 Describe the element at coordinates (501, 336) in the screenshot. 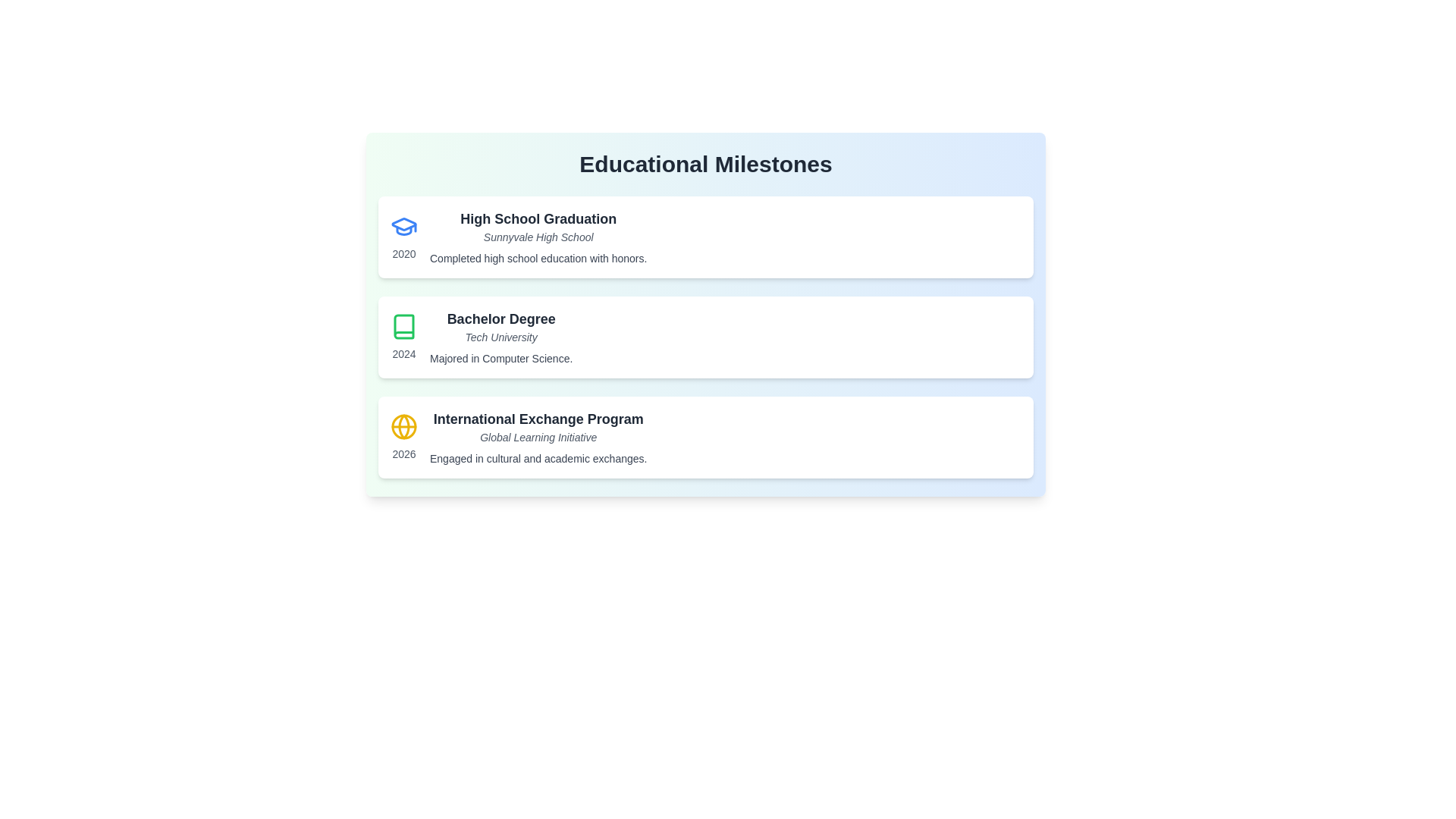

I see `the static text element displaying 'Tech University', which is styled in italic and light gray, positioned below the 'Bachelor Degree' title and above 'Majored in Computer Science'` at that location.